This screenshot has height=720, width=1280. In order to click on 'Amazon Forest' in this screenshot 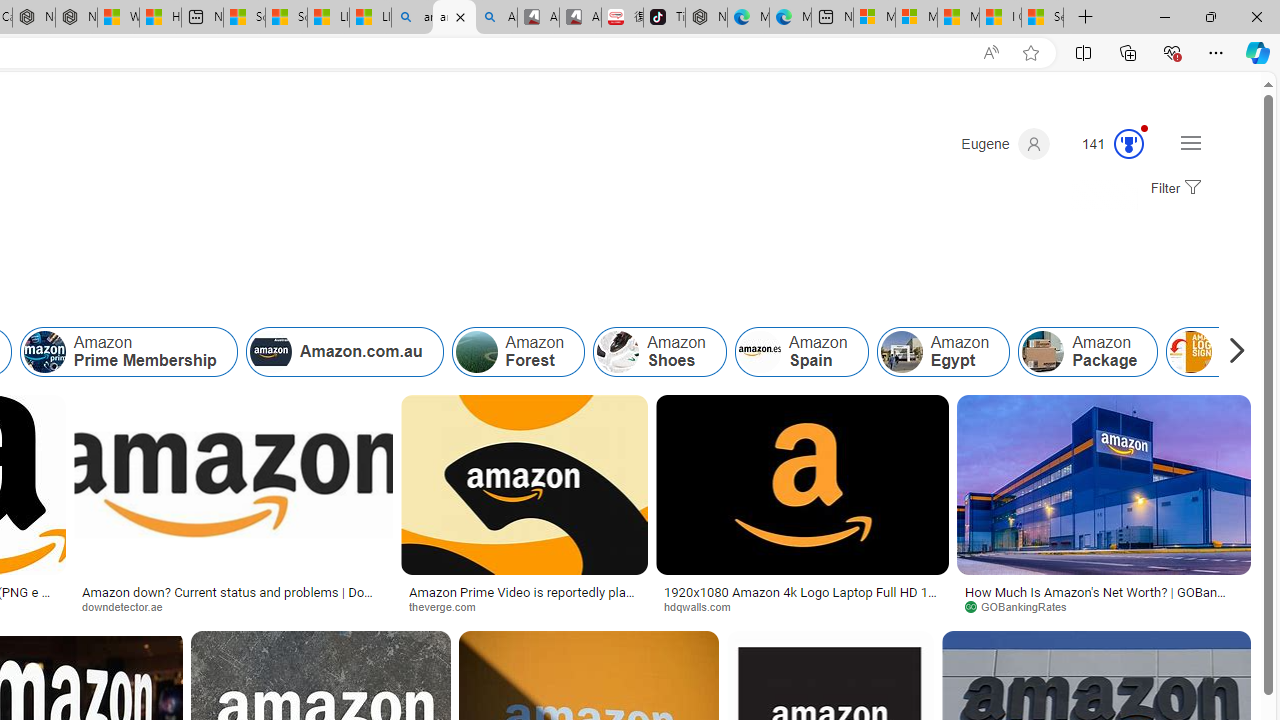, I will do `click(518, 351)`.